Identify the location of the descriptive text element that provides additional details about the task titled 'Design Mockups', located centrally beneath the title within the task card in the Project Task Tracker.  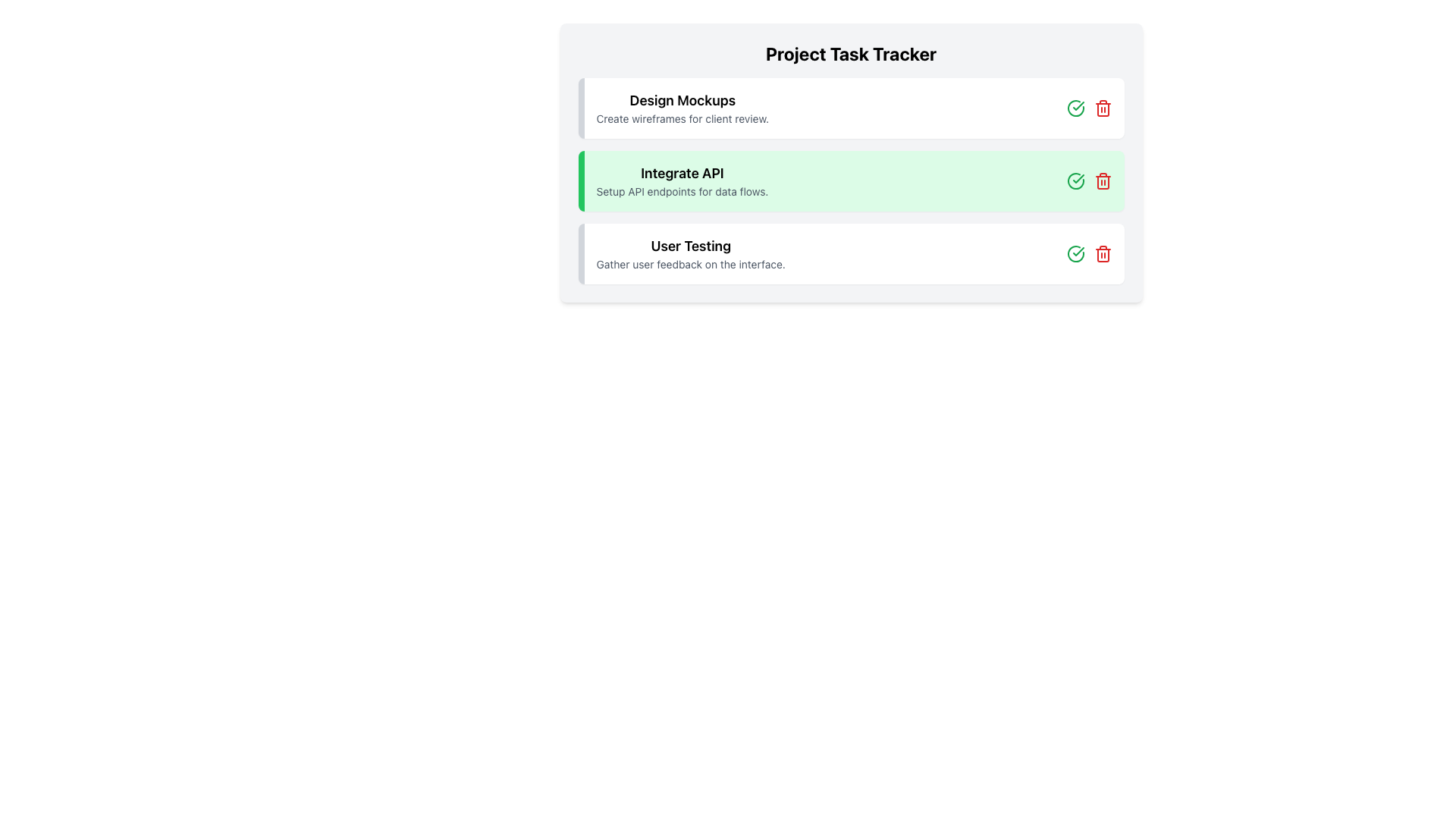
(682, 118).